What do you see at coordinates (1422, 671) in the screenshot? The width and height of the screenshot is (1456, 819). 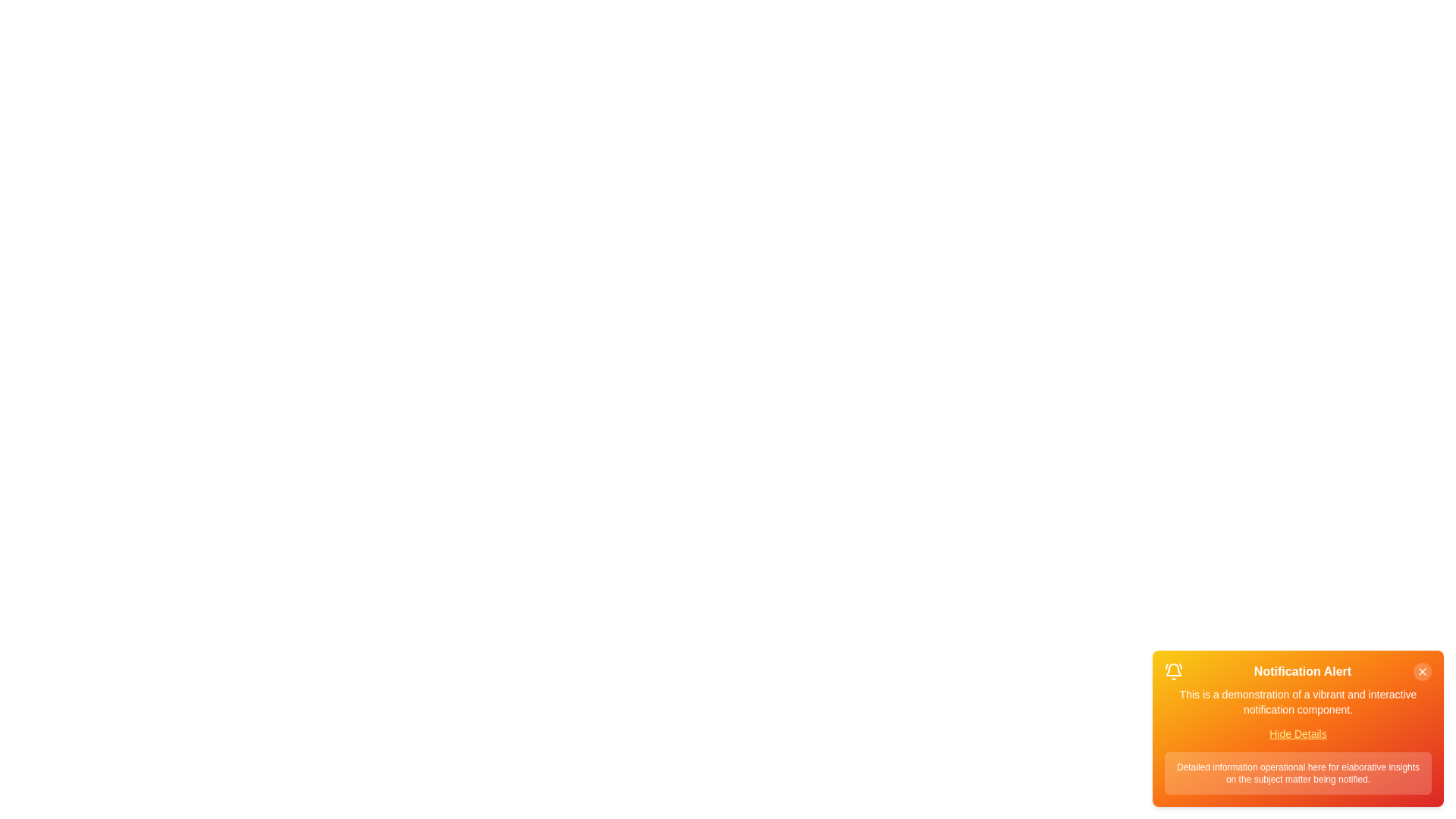 I see `close button on the notification hub to hide it` at bounding box center [1422, 671].